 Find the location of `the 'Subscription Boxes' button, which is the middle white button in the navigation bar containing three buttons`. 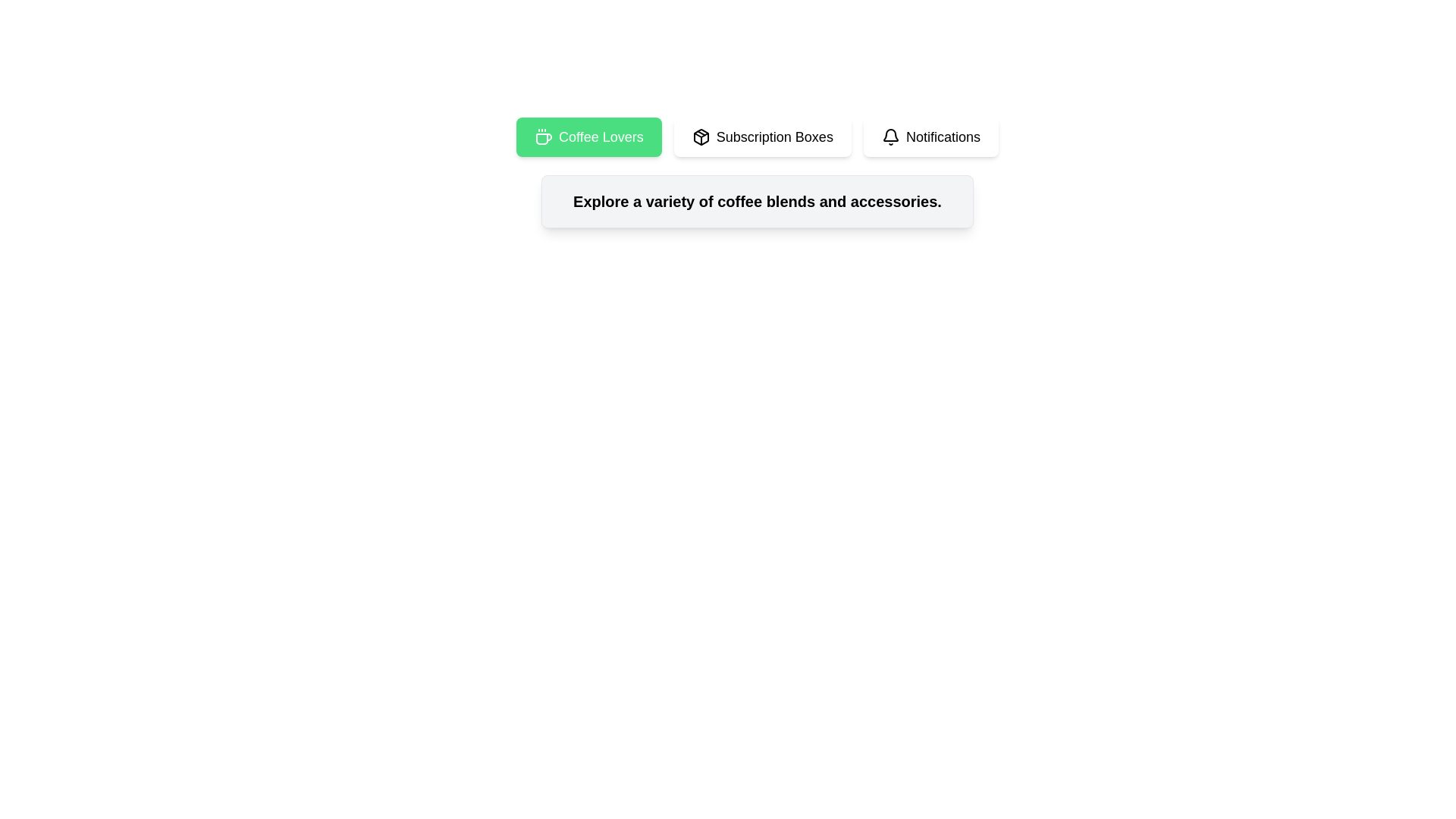

the 'Subscription Boxes' button, which is the middle white button in the navigation bar containing three buttons is located at coordinates (757, 137).